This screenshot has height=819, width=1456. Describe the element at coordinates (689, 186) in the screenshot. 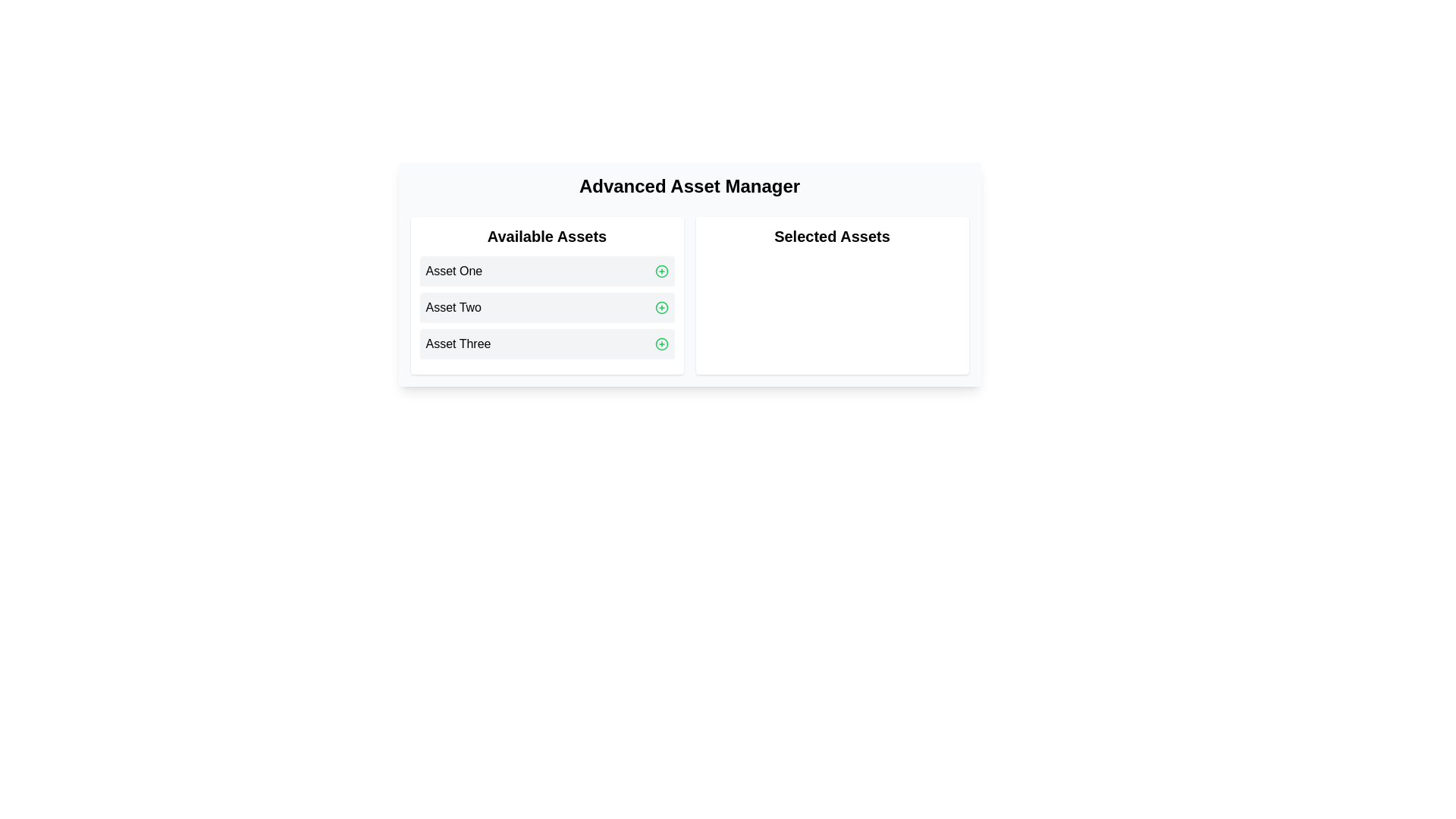

I see `header text displayed at the top of the interface, which identifies the functionality or purpose of the interface` at that location.